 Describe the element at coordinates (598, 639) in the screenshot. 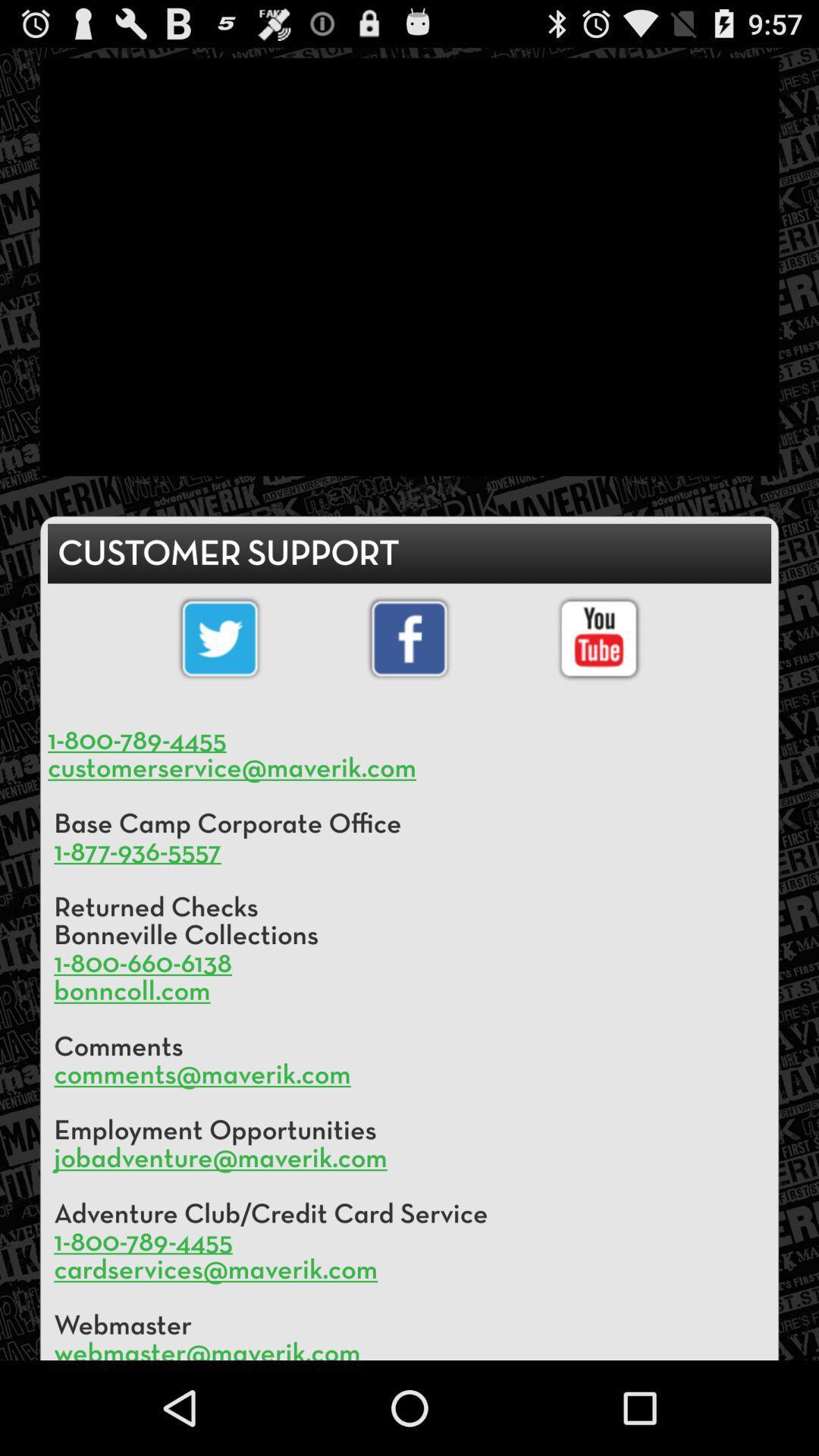

I see `youtube` at that location.